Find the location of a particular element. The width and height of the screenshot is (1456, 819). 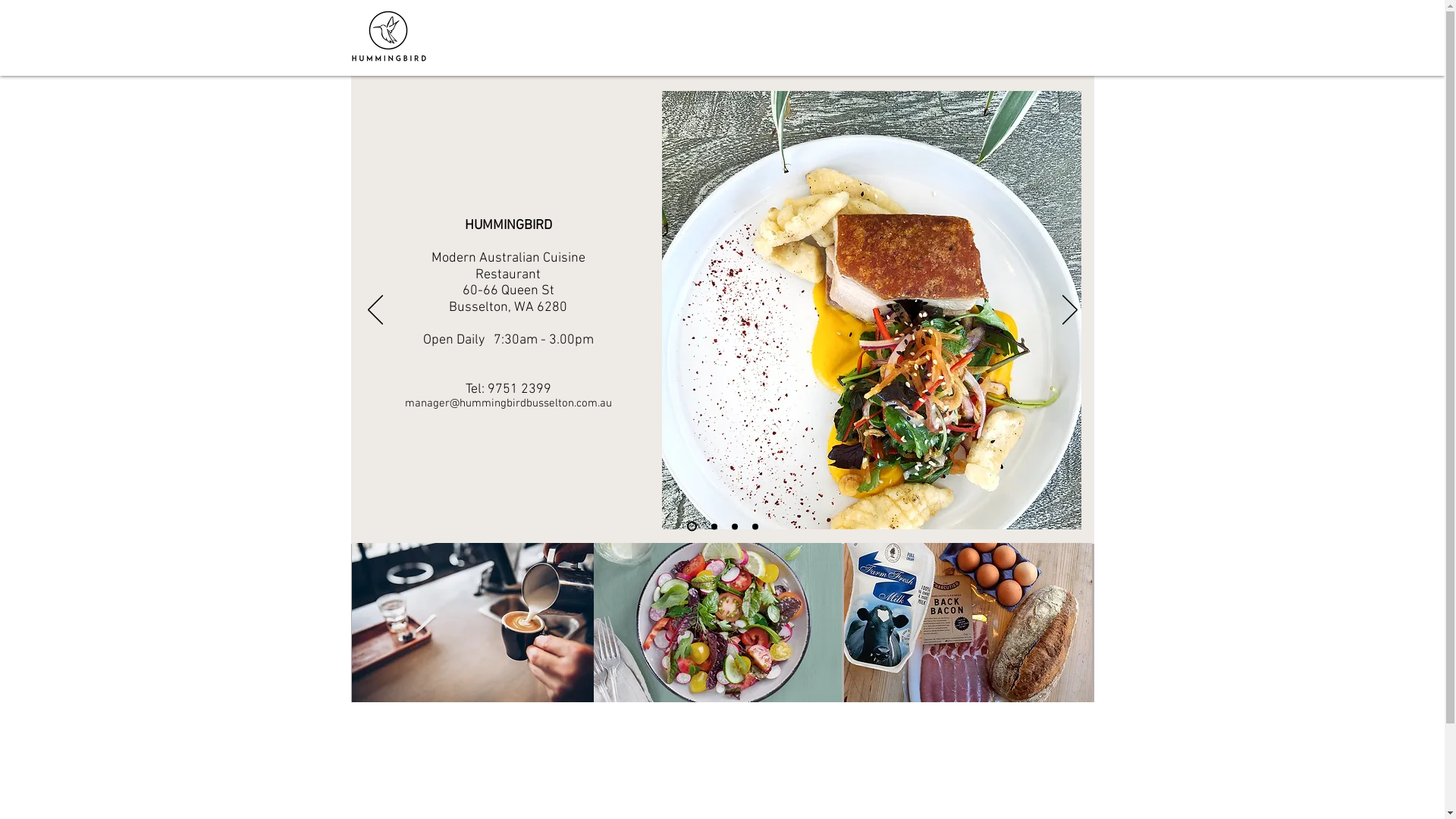

'9751 2399' is located at coordinates (518, 388).